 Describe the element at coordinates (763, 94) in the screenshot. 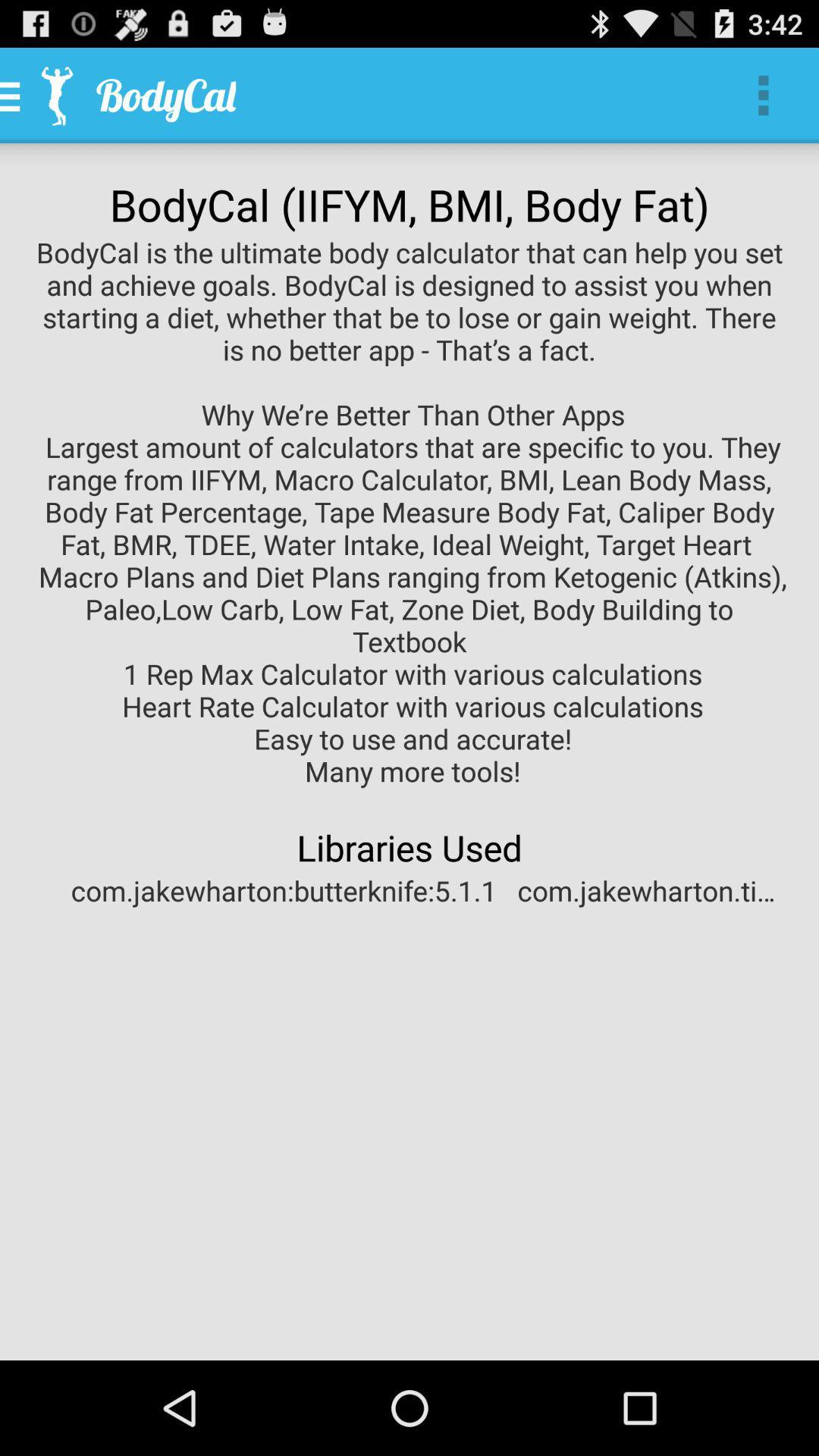

I see `app above bodycal iifym bmi` at that location.